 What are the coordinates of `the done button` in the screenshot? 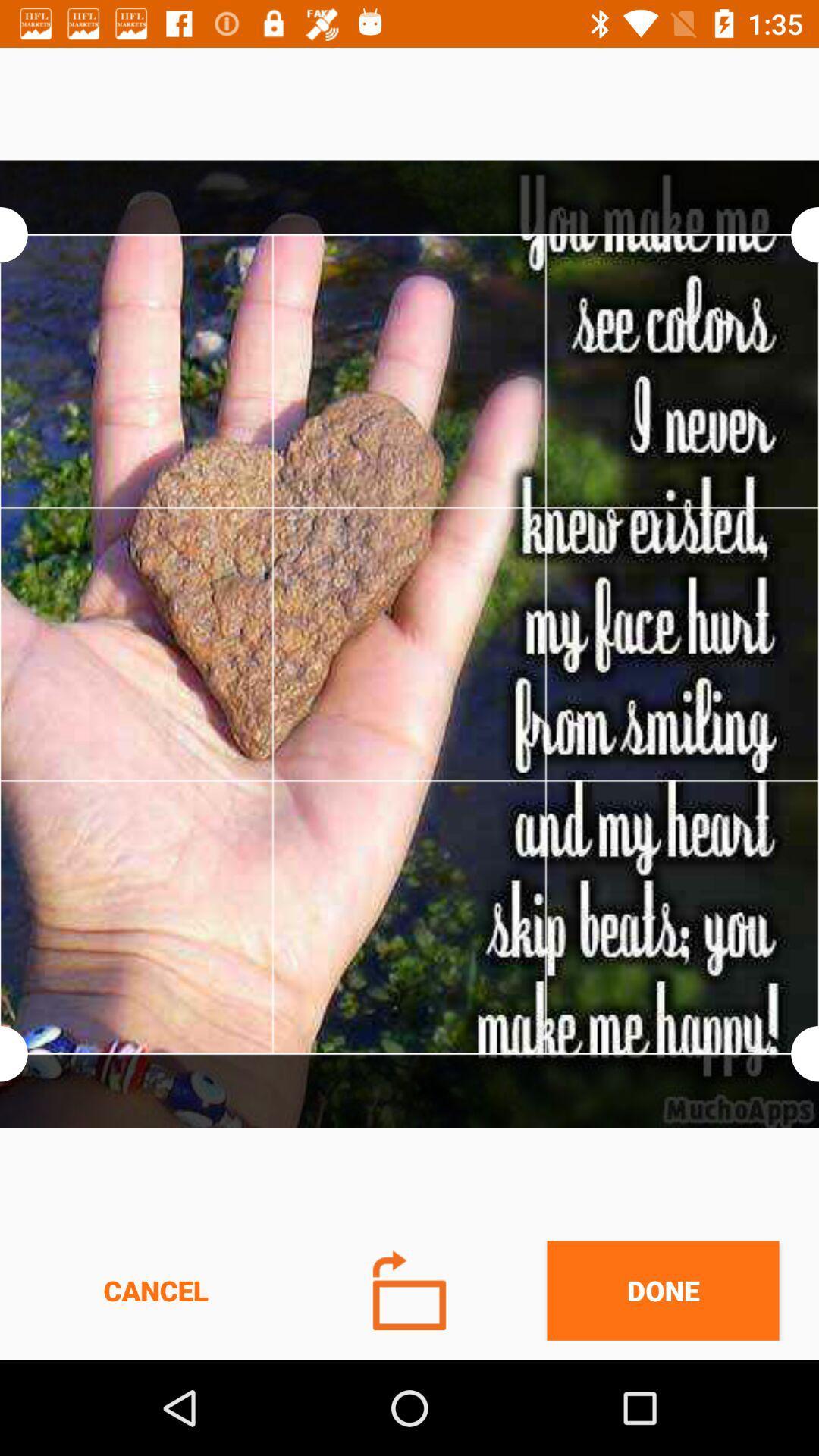 It's located at (662, 1290).